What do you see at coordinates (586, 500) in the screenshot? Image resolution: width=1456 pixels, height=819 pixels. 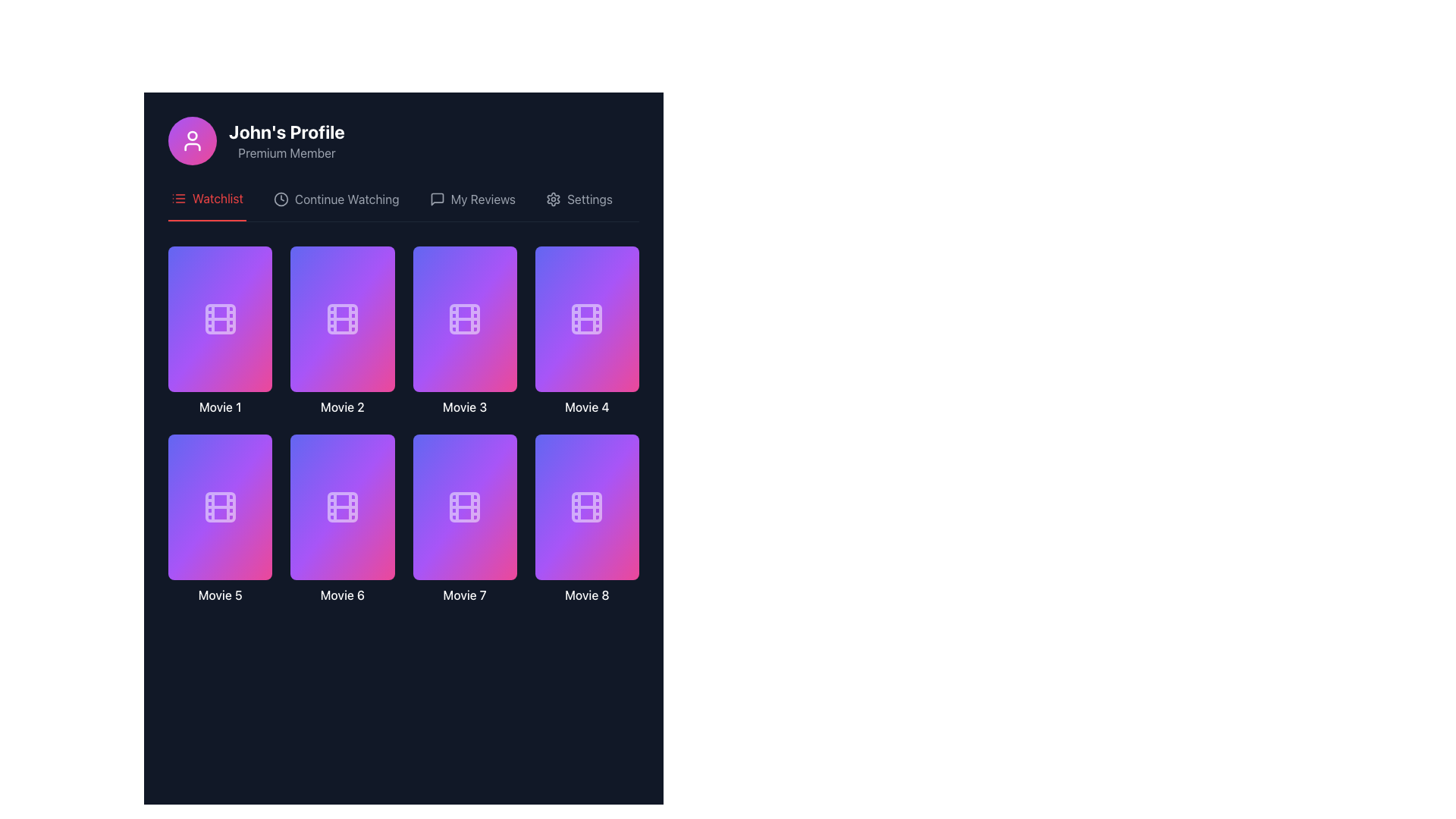 I see `the Circular play button located in the eighth movie card labeled 'Movie 8'` at bounding box center [586, 500].